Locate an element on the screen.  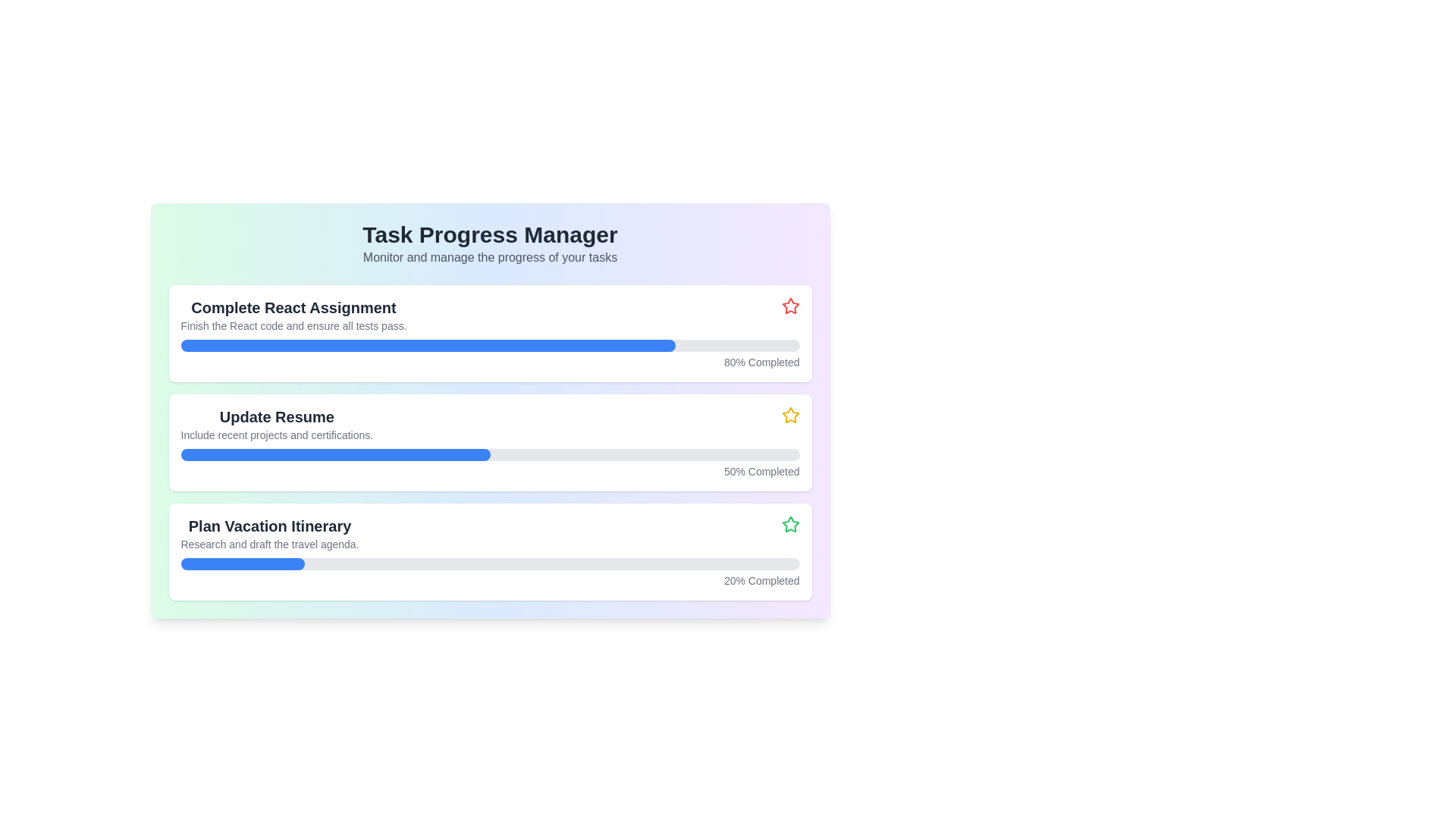
task progress is located at coordinates (353, 564).